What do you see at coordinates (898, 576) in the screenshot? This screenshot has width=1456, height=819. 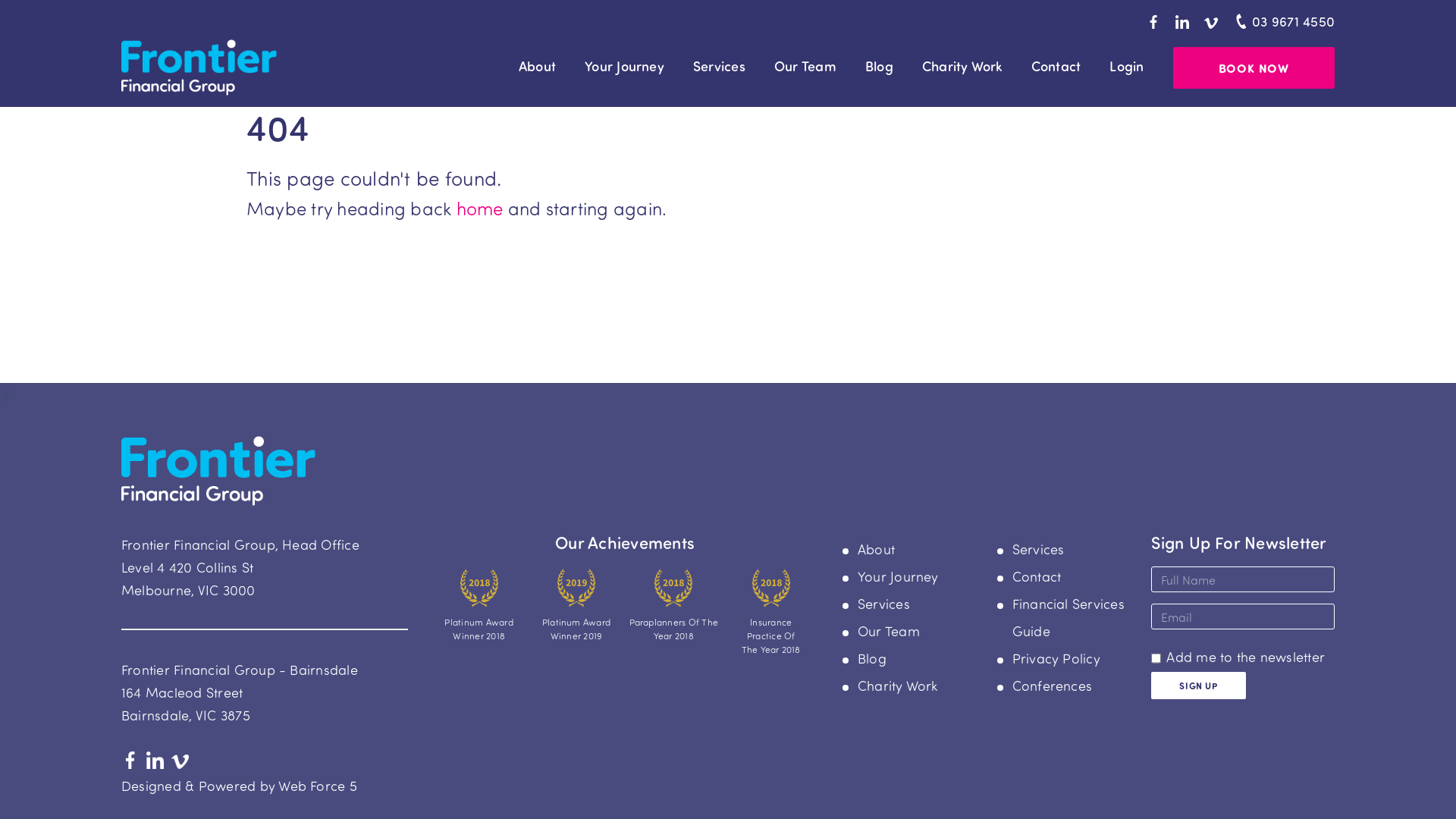 I see `'Your Journey'` at bounding box center [898, 576].